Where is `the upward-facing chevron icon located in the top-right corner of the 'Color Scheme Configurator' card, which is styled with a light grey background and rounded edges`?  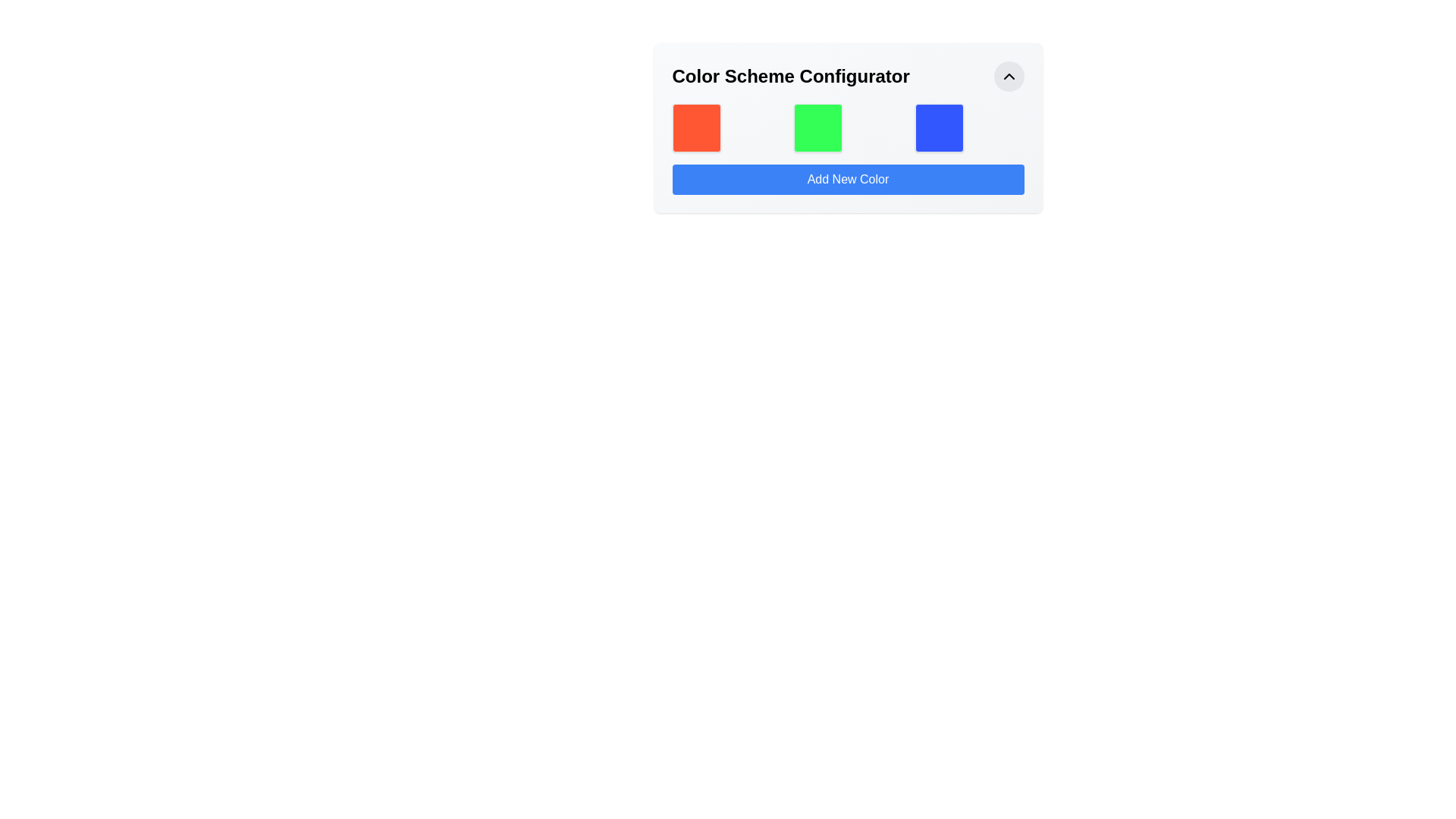
the upward-facing chevron icon located in the top-right corner of the 'Color Scheme Configurator' card, which is styled with a light grey background and rounded edges is located at coordinates (1009, 76).